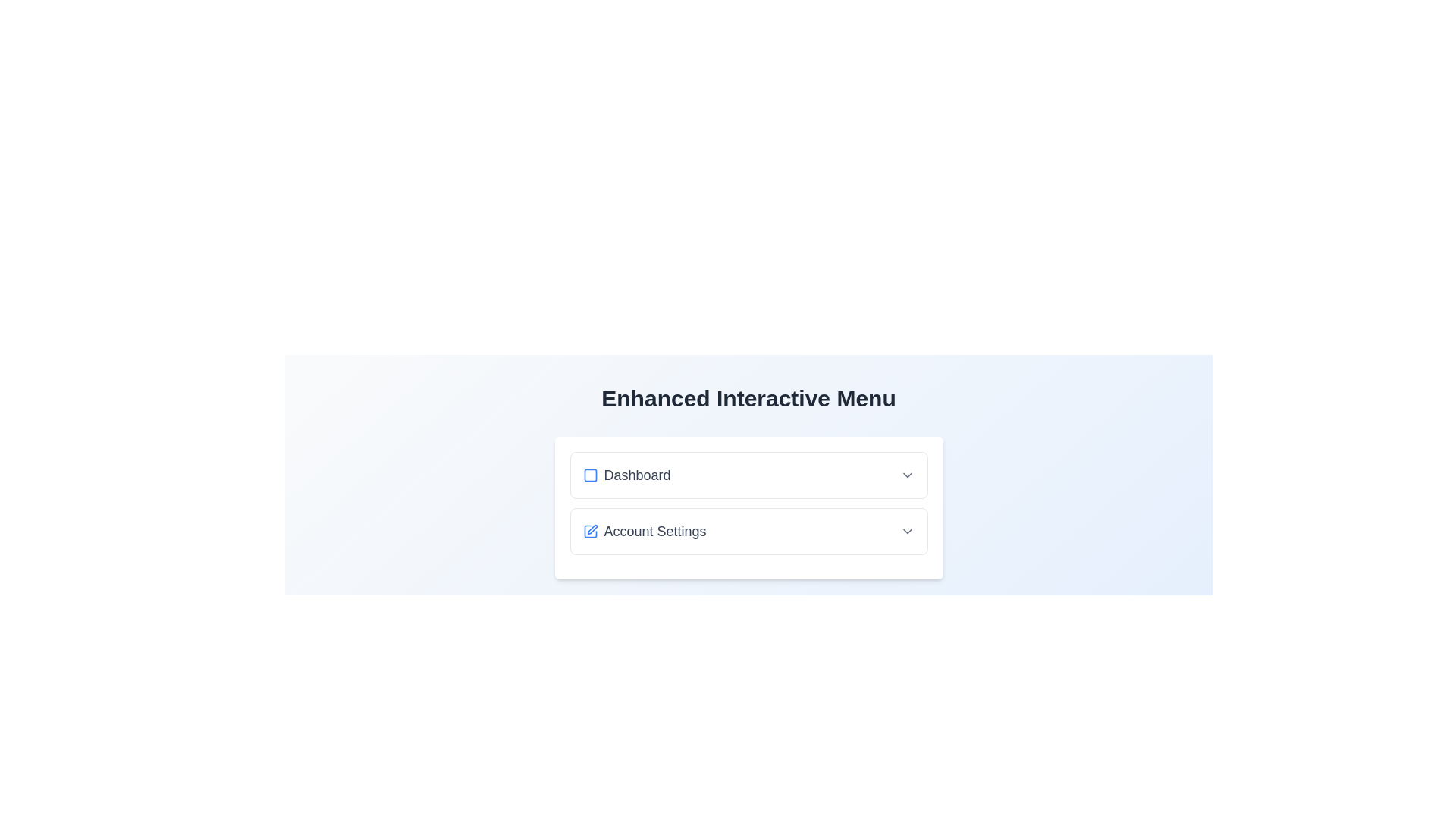 This screenshot has width=1456, height=819. What do you see at coordinates (655, 531) in the screenshot?
I see `the 'Account Settings' text label, which is styled in a medium-weight, large gray font and positioned beneath the 'Dashboard' label in the main settings area` at bounding box center [655, 531].